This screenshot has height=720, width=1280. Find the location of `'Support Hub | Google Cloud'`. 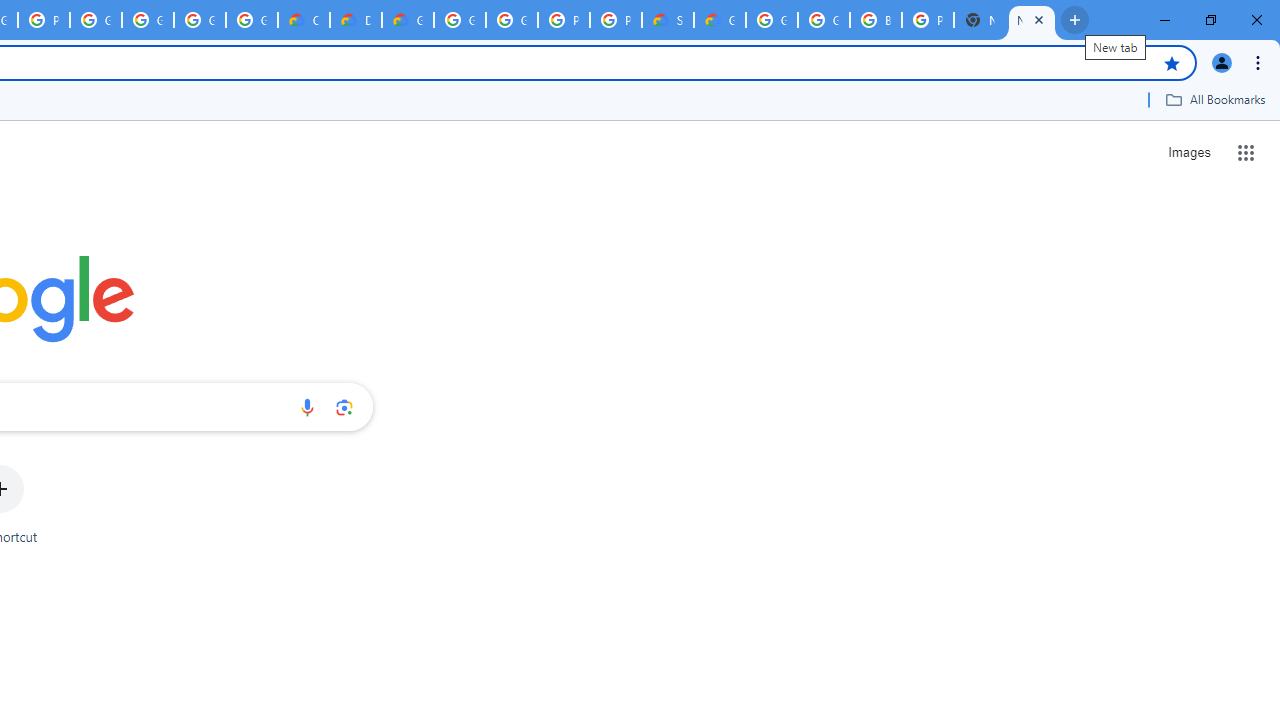

'Support Hub | Google Cloud' is located at coordinates (668, 20).